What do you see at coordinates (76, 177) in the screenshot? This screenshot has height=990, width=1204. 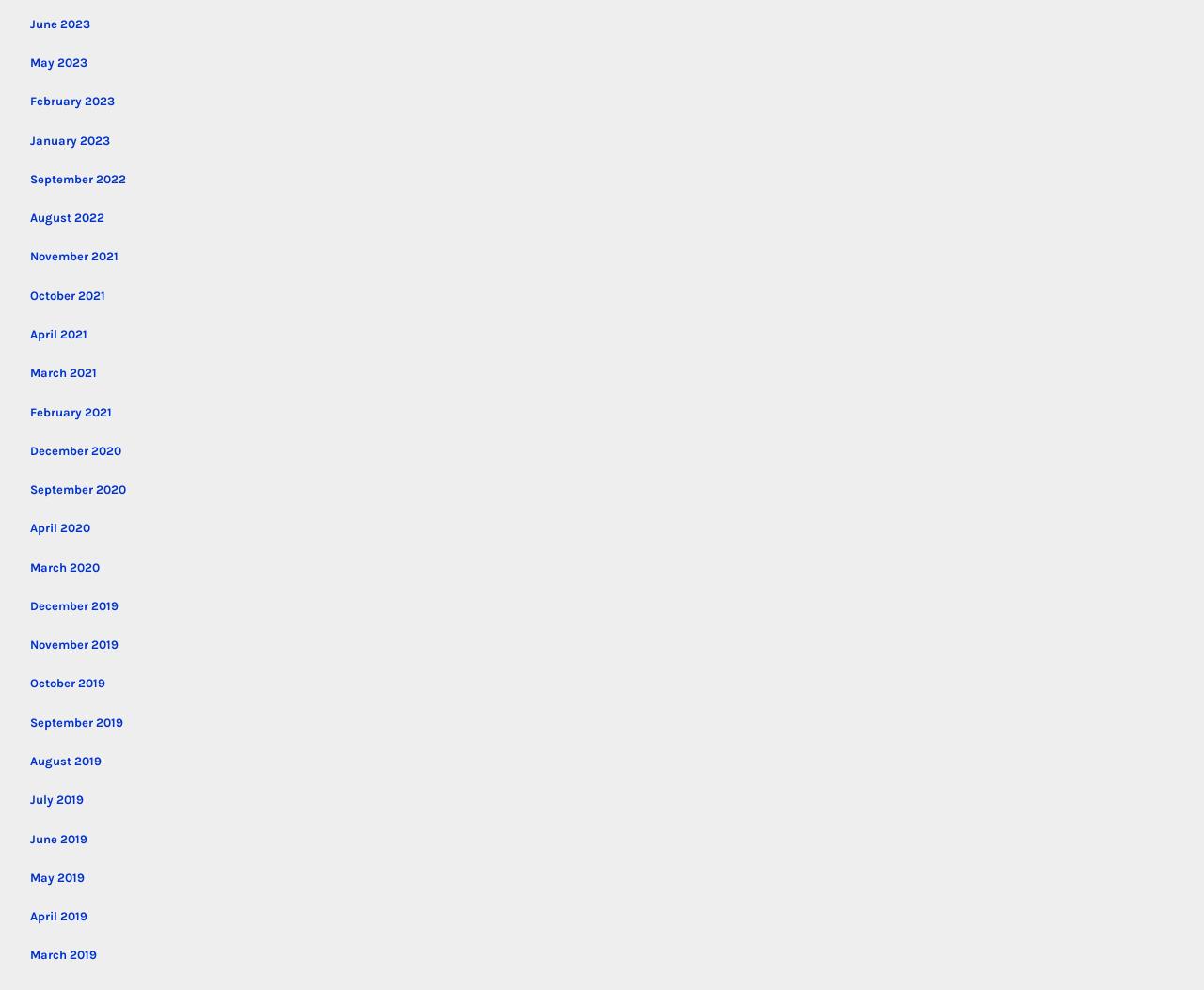 I see `'September 2022'` at bounding box center [76, 177].